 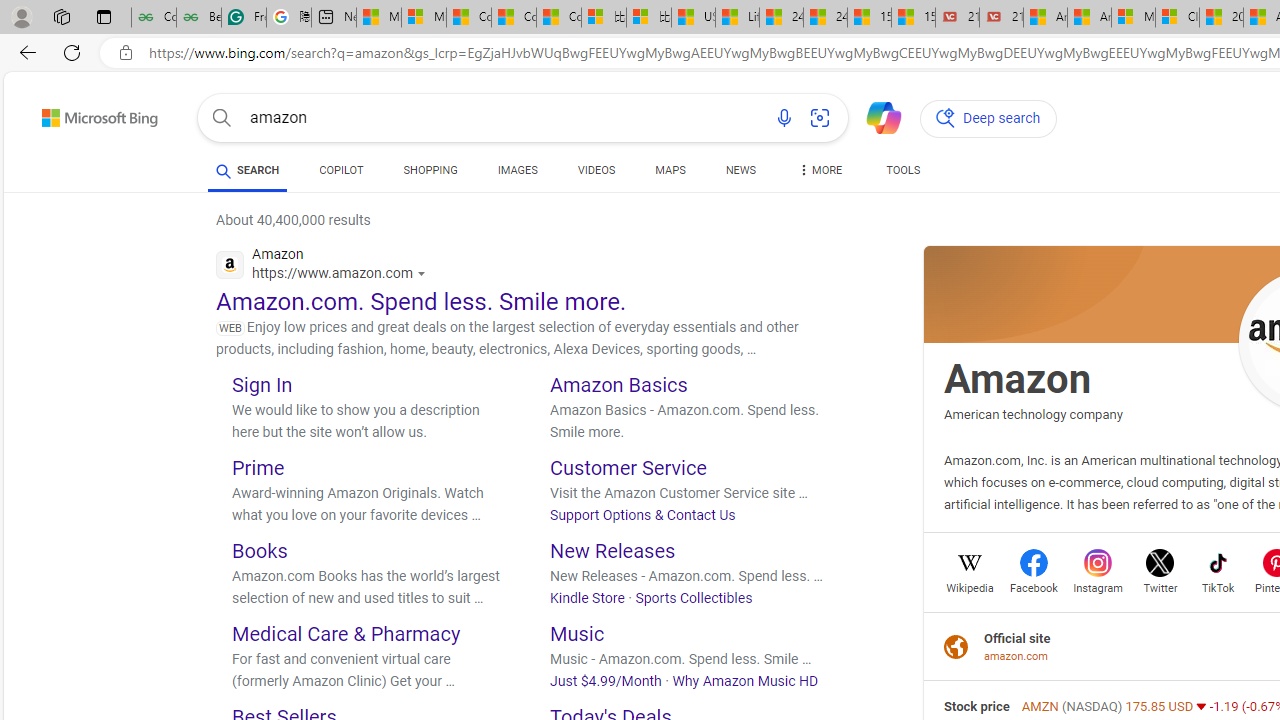 I want to click on 'amazon.com', so click(x=1017, y=656).